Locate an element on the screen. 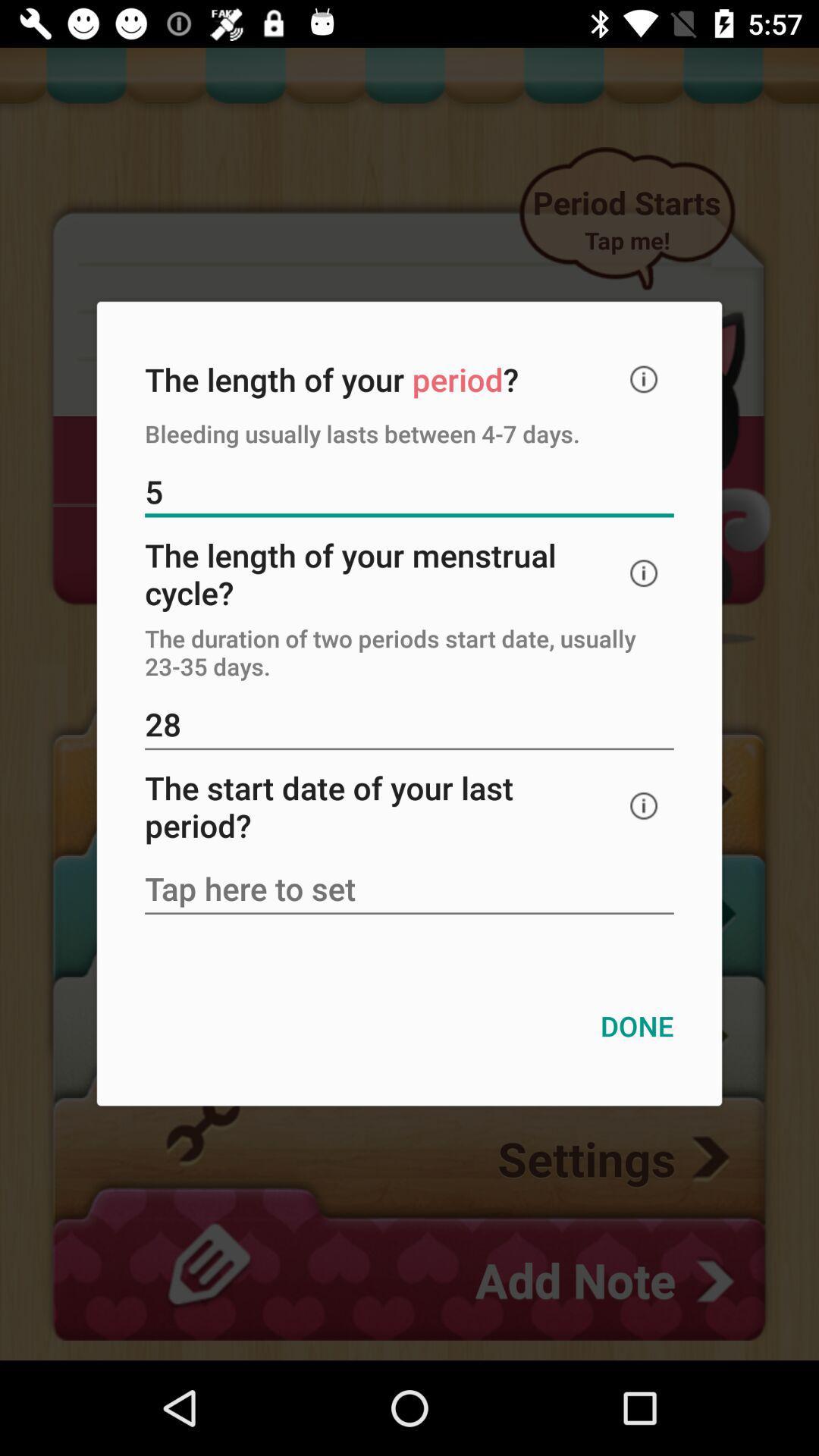  the icon above bleeding usually lasts item is located at coordinates (644, 379).